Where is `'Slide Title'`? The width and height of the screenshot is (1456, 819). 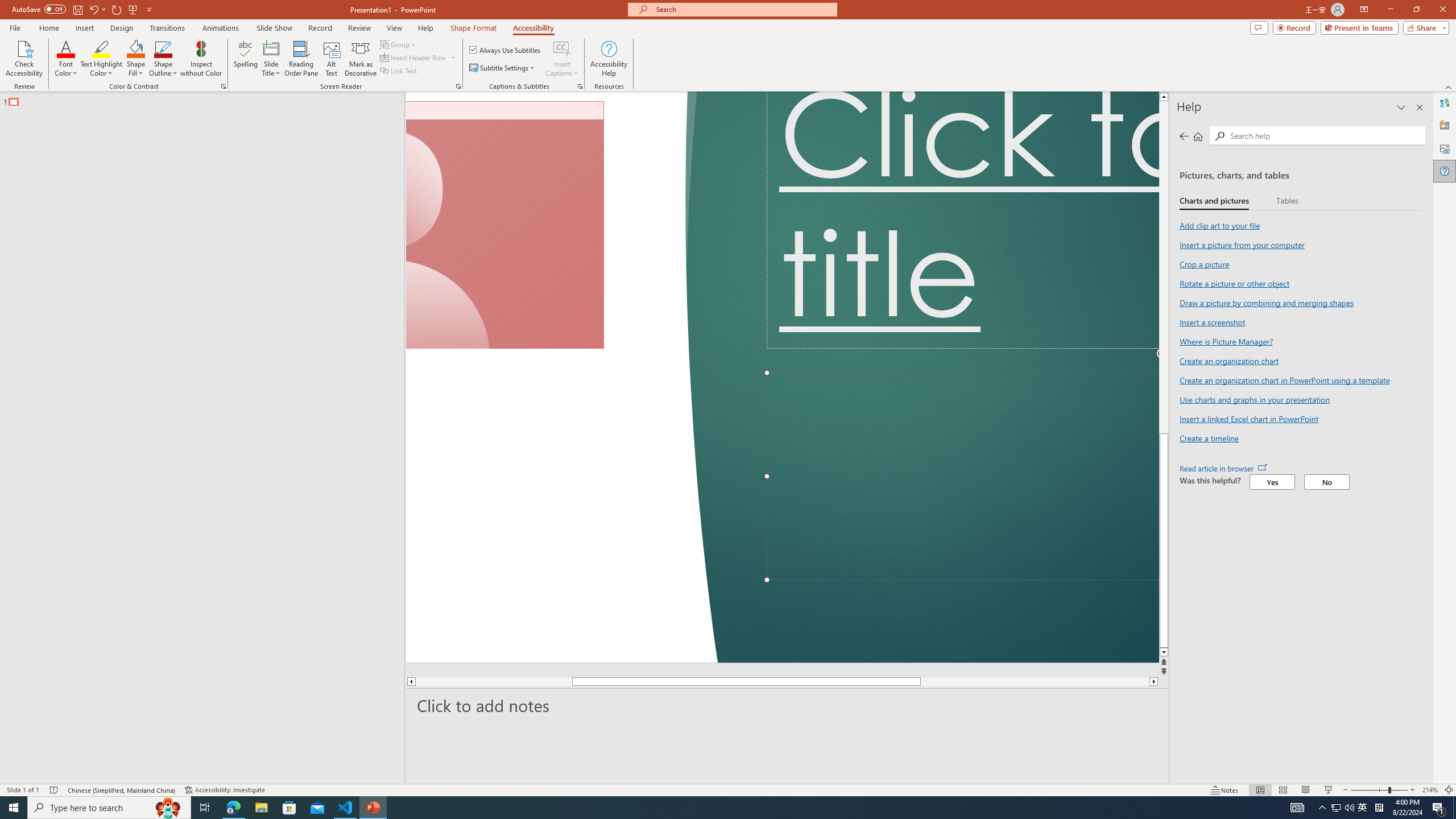
'Slide Title' is located at coordinates (271, 59).